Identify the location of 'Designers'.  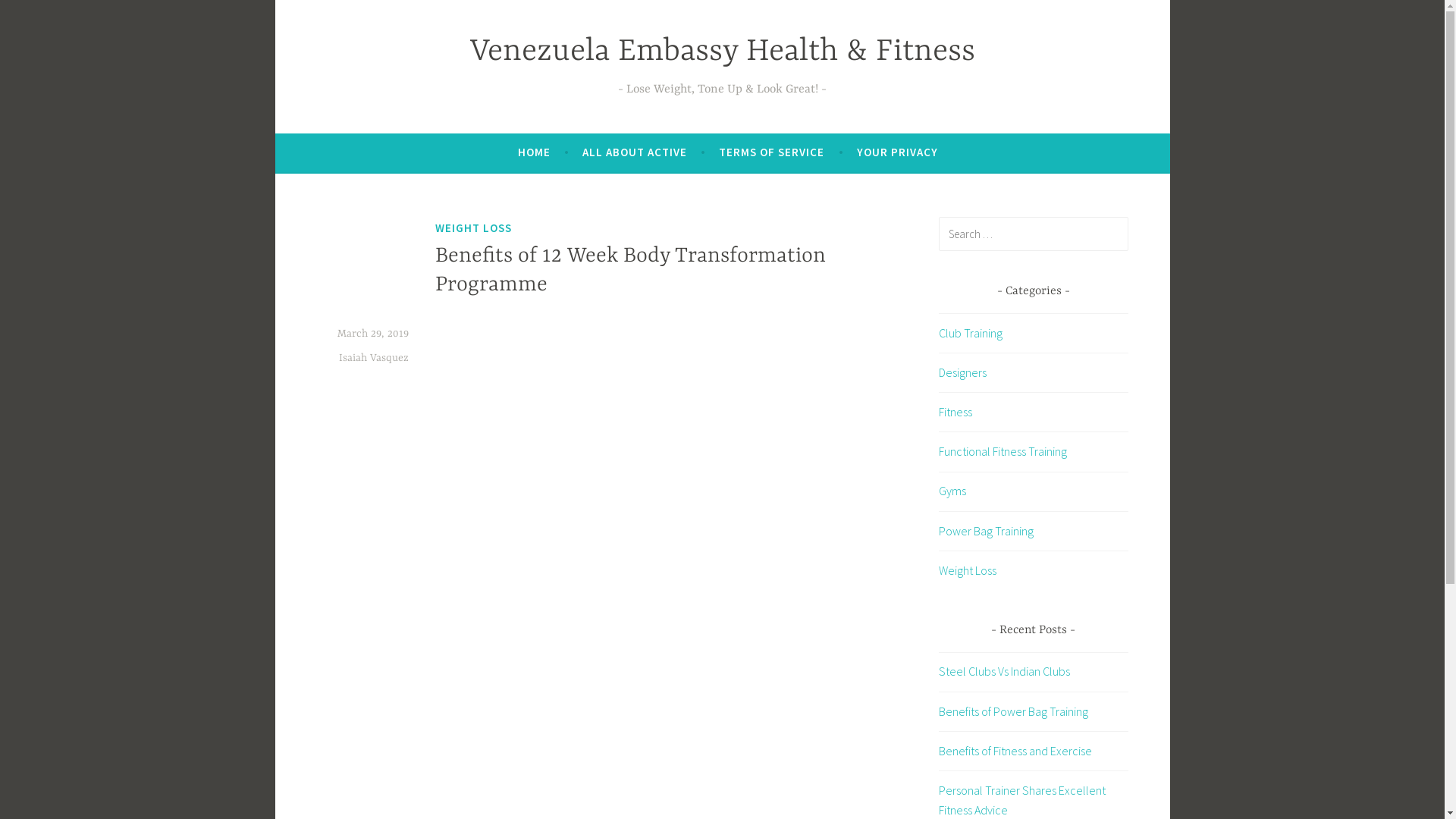
(938, 372).